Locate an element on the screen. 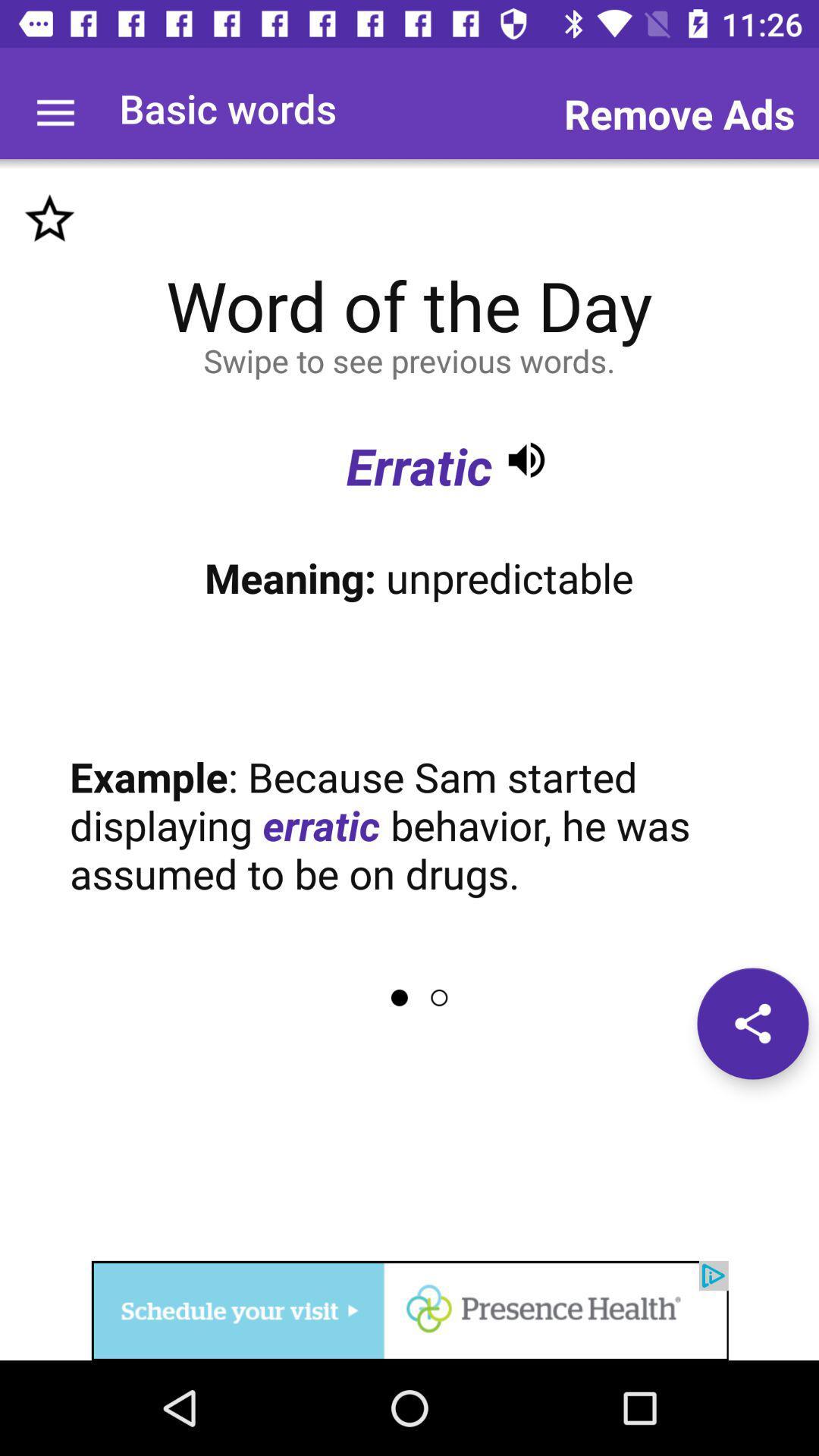 Image resolution: width=819 pixels, height=1456 pixels. share the article is located at coordinates (752, 1023).